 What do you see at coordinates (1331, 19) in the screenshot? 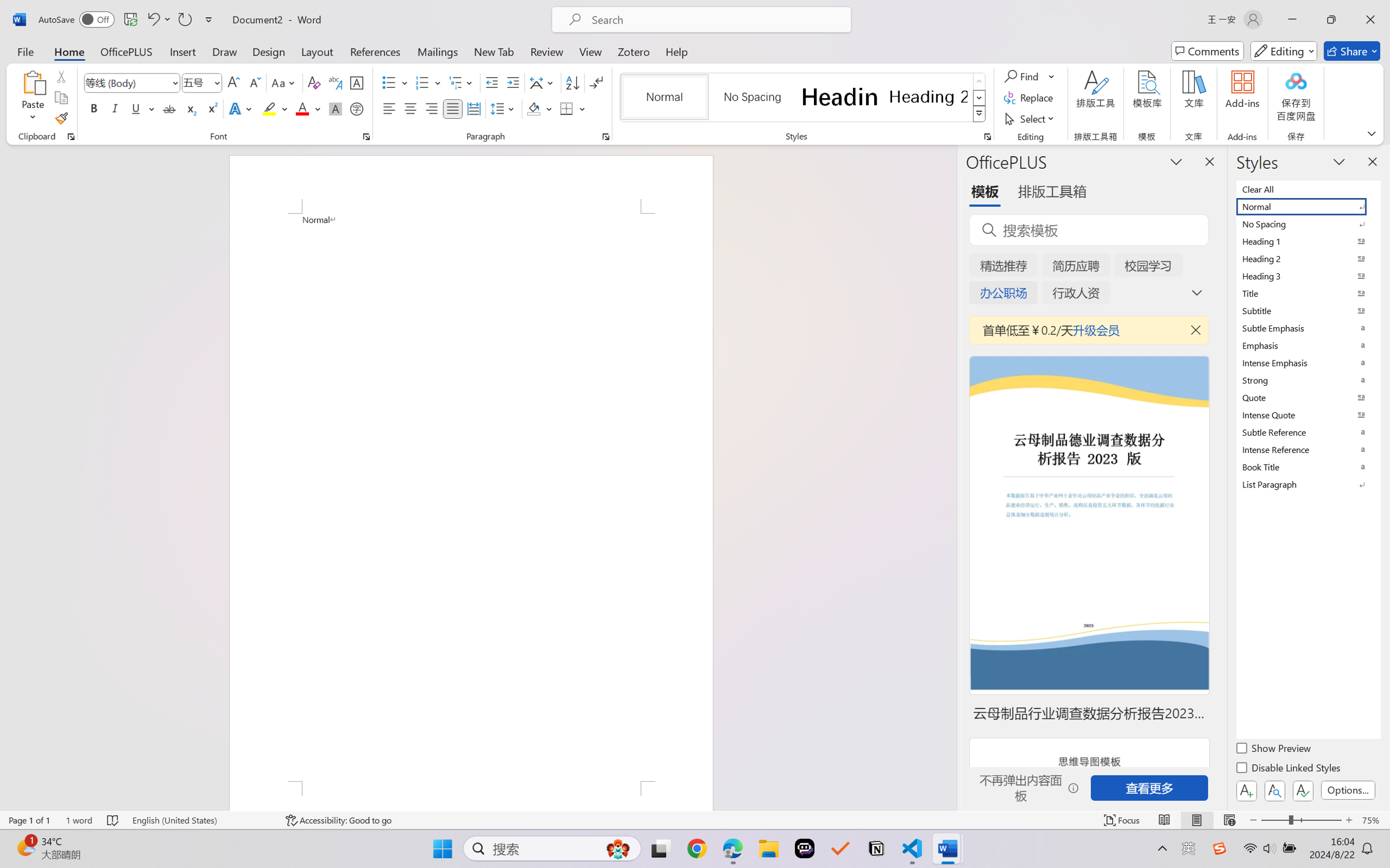
I see `'Restore Down'` at bounding box center [1331, 19].